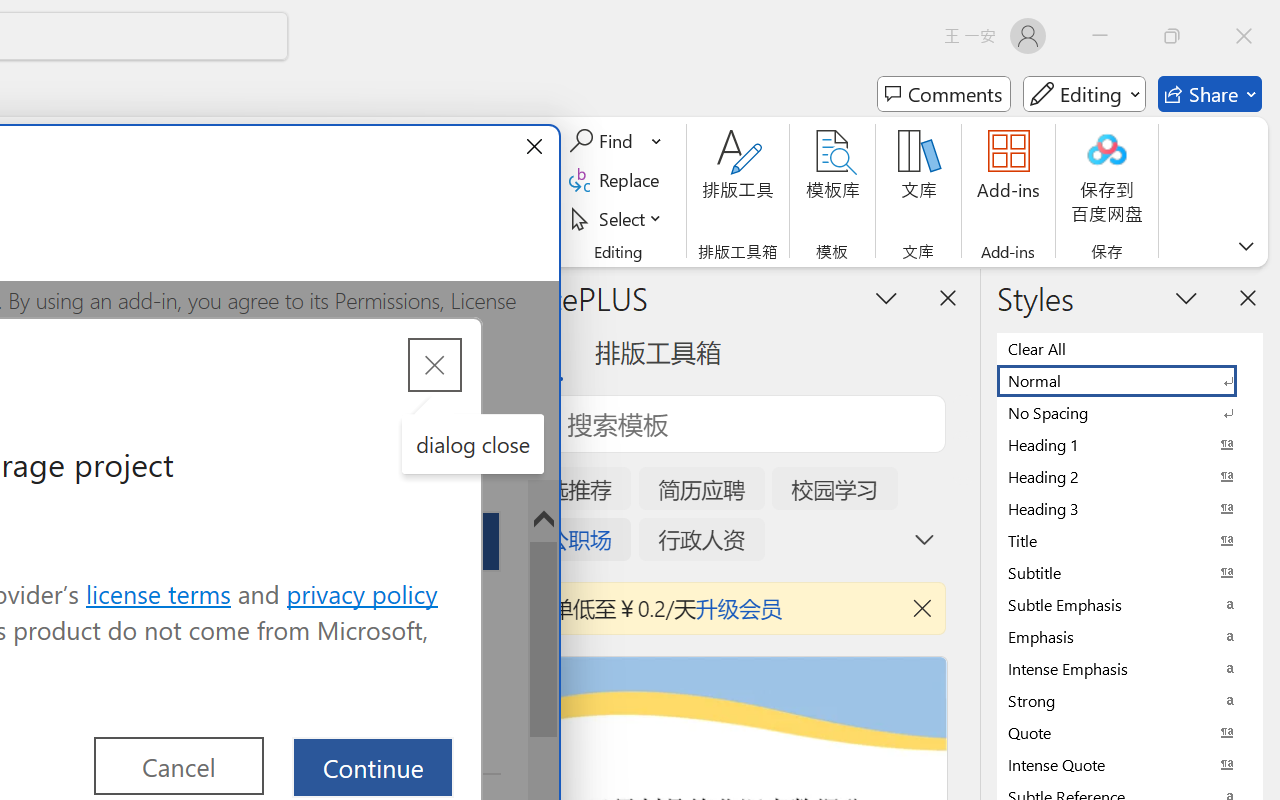 The height and width of the screenshot is (800, 1280). I want to click on 'Clear All', so click(1130, 348).